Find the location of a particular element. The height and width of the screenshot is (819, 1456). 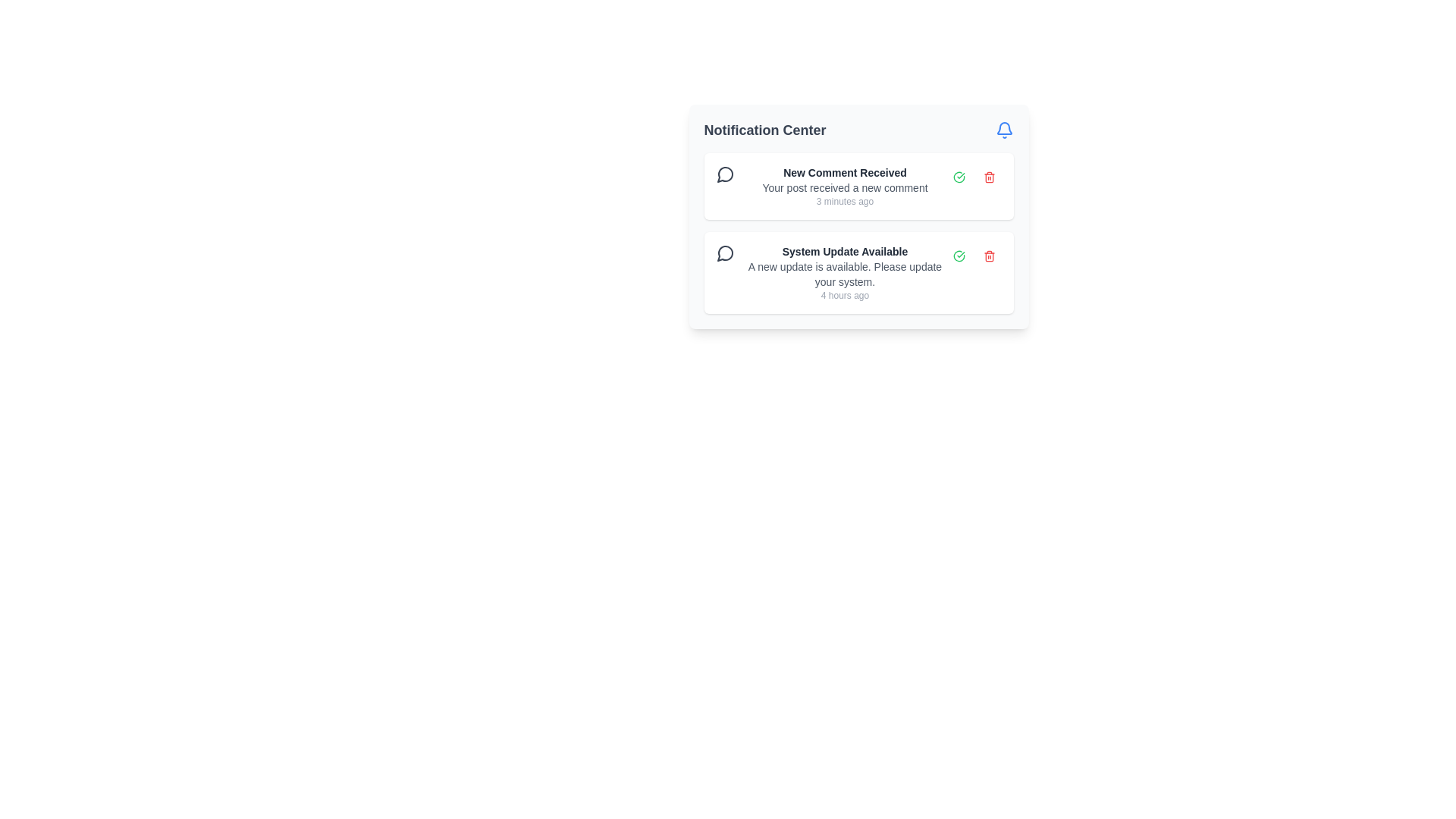

the red trash icon button that deletes the notification for 'System Update Available' is located at coordinates (989, 256).